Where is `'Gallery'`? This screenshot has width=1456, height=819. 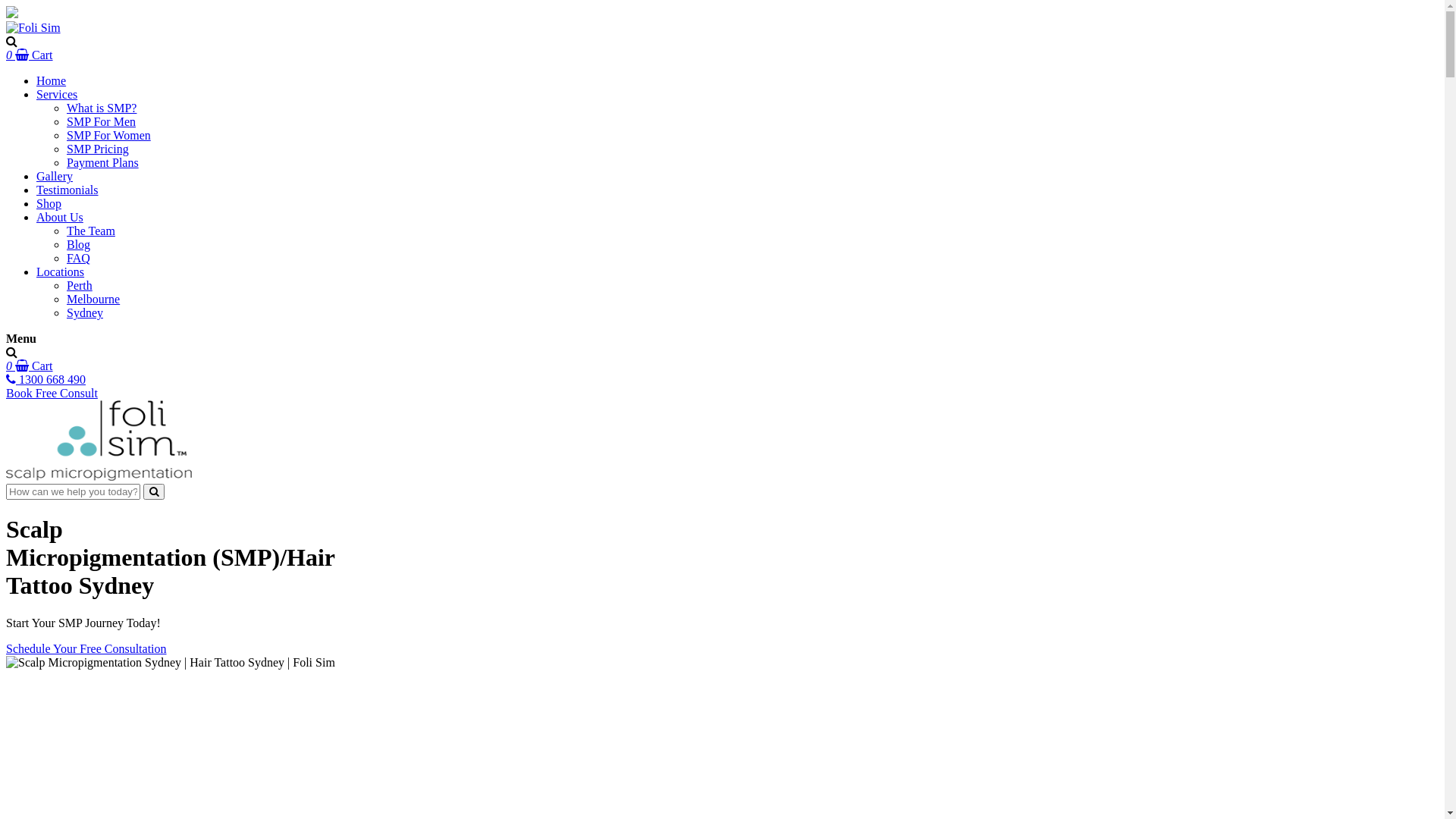 'Gallery' is located at coordinates (55, 175).